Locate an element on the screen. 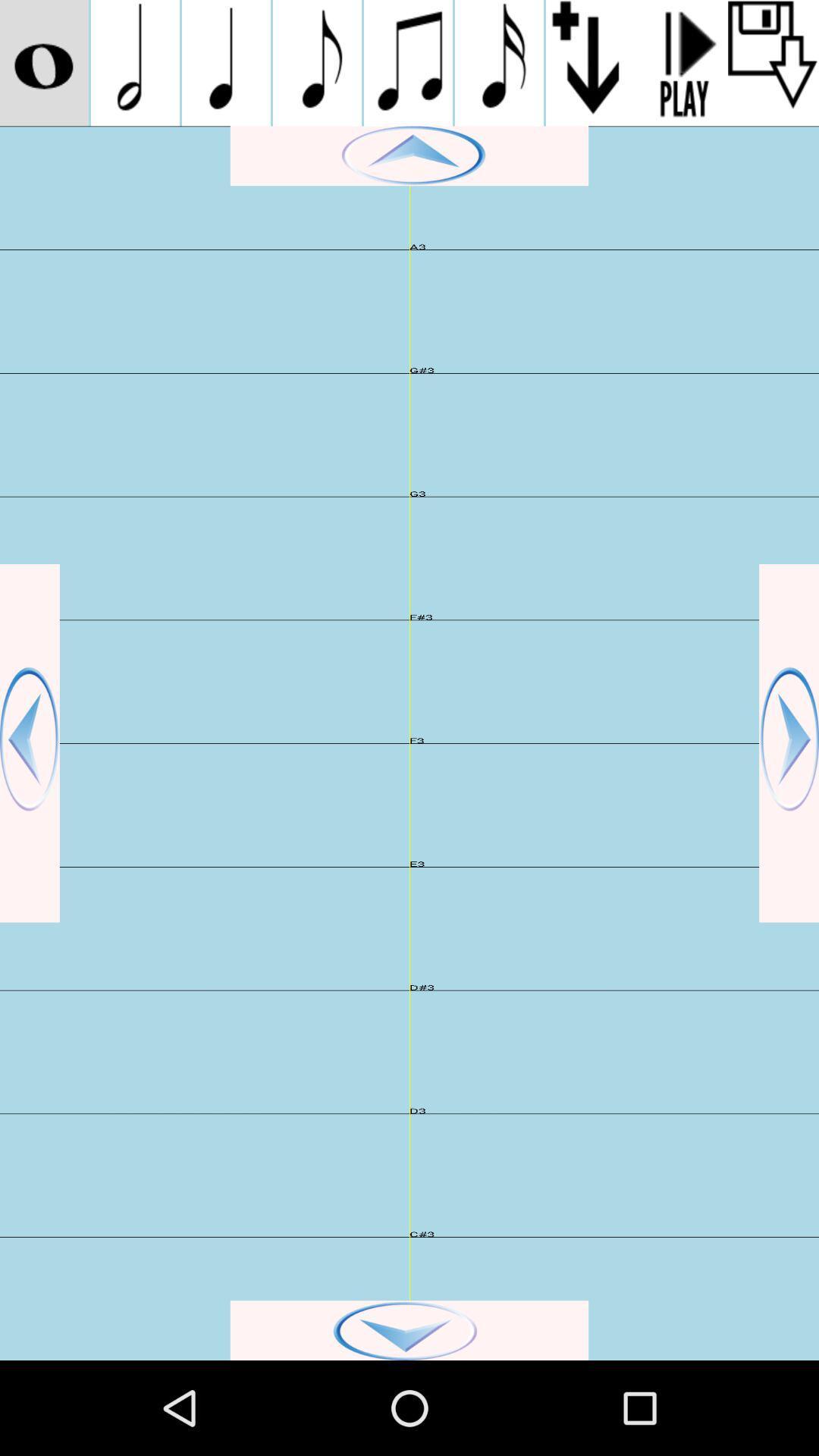 Image resolution: width=819 pixels, height=1456 pixels. input quarter note is located at coordinates (226, 62).